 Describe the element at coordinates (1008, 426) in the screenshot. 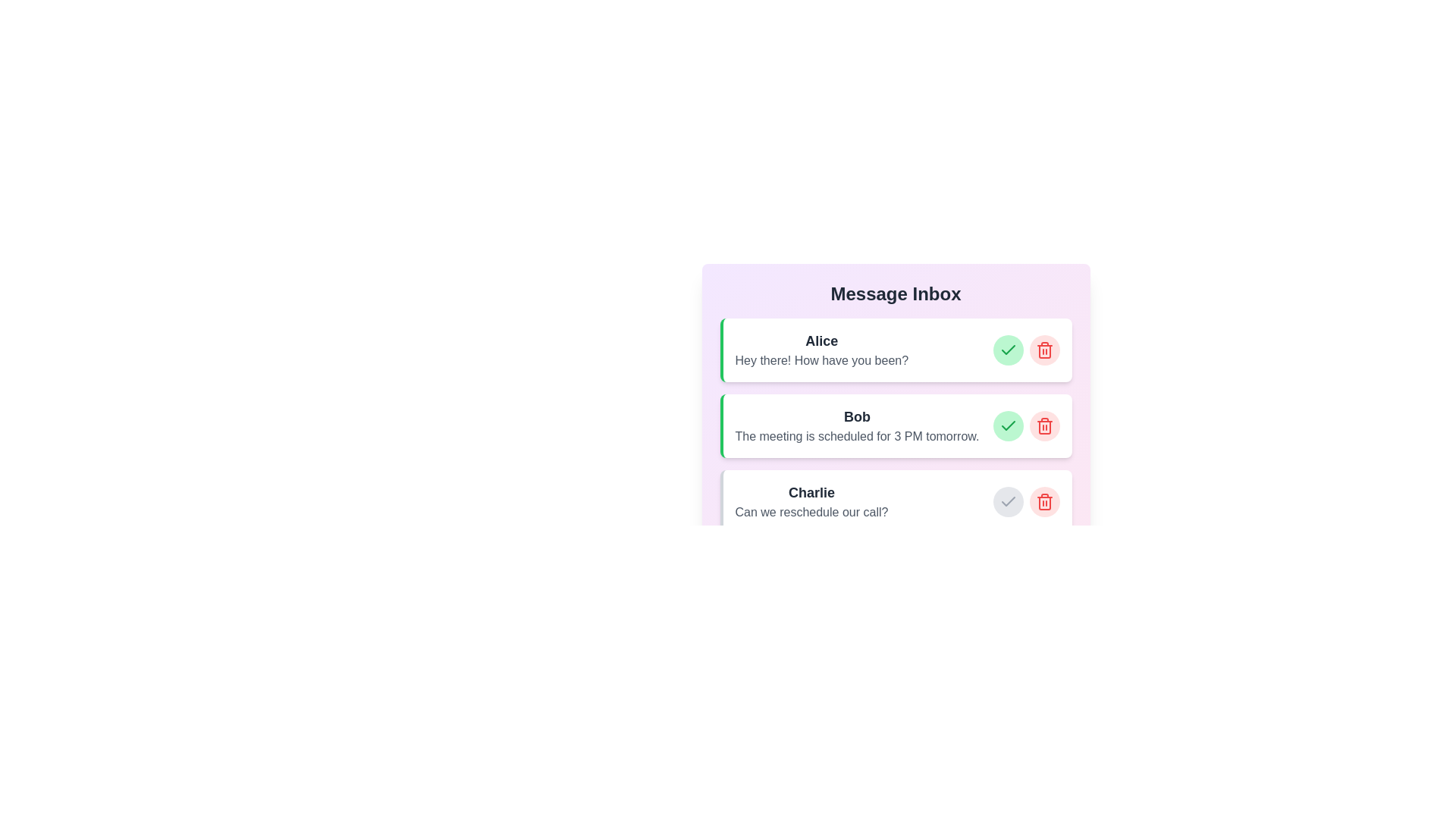

I see `the check button of the message with sender Bob to toggle its status` at that location.